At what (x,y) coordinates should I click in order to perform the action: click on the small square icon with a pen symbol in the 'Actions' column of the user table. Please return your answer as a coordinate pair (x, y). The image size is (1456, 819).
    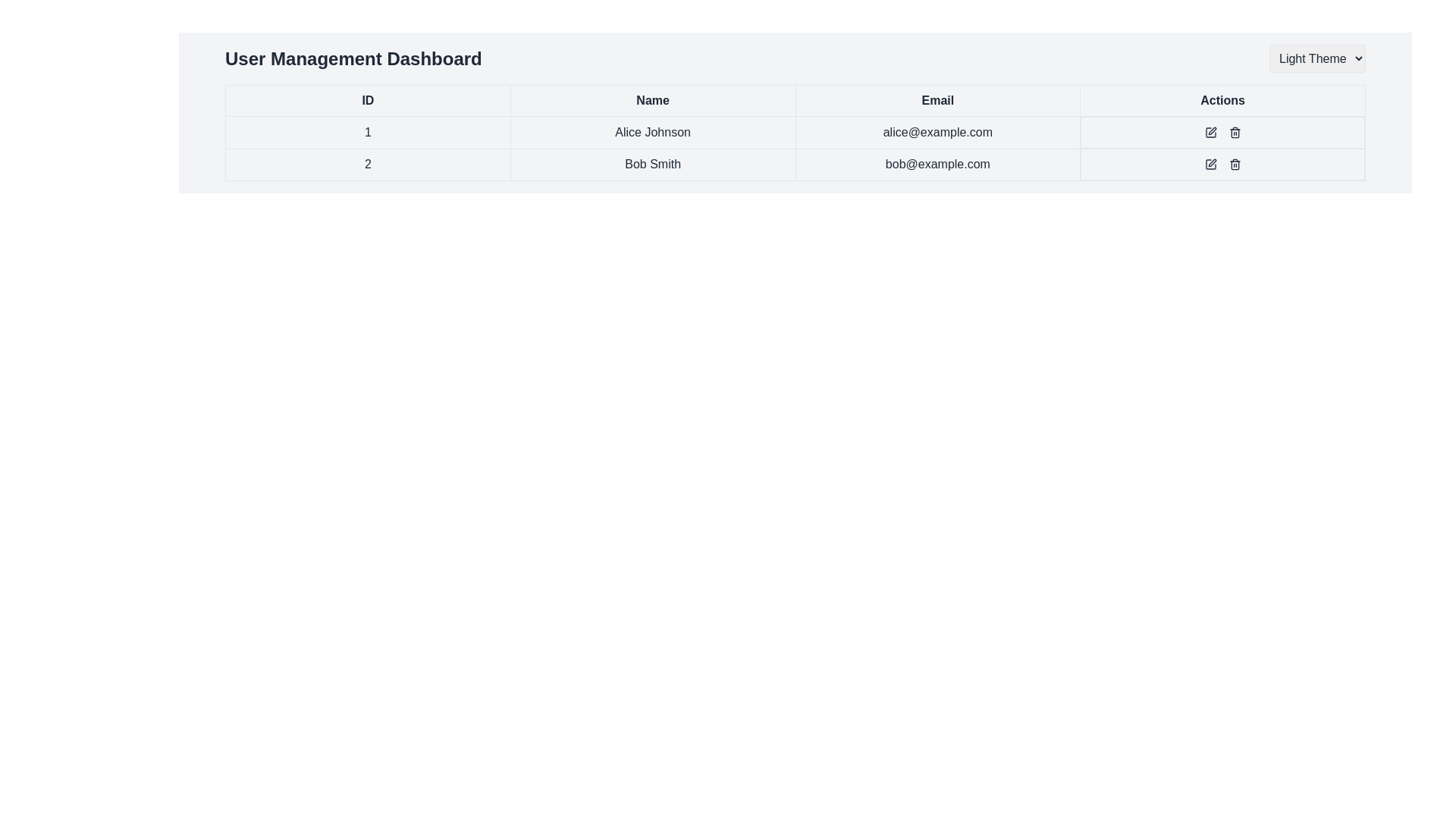
    Looking at the image, I should click on (1210, 164).